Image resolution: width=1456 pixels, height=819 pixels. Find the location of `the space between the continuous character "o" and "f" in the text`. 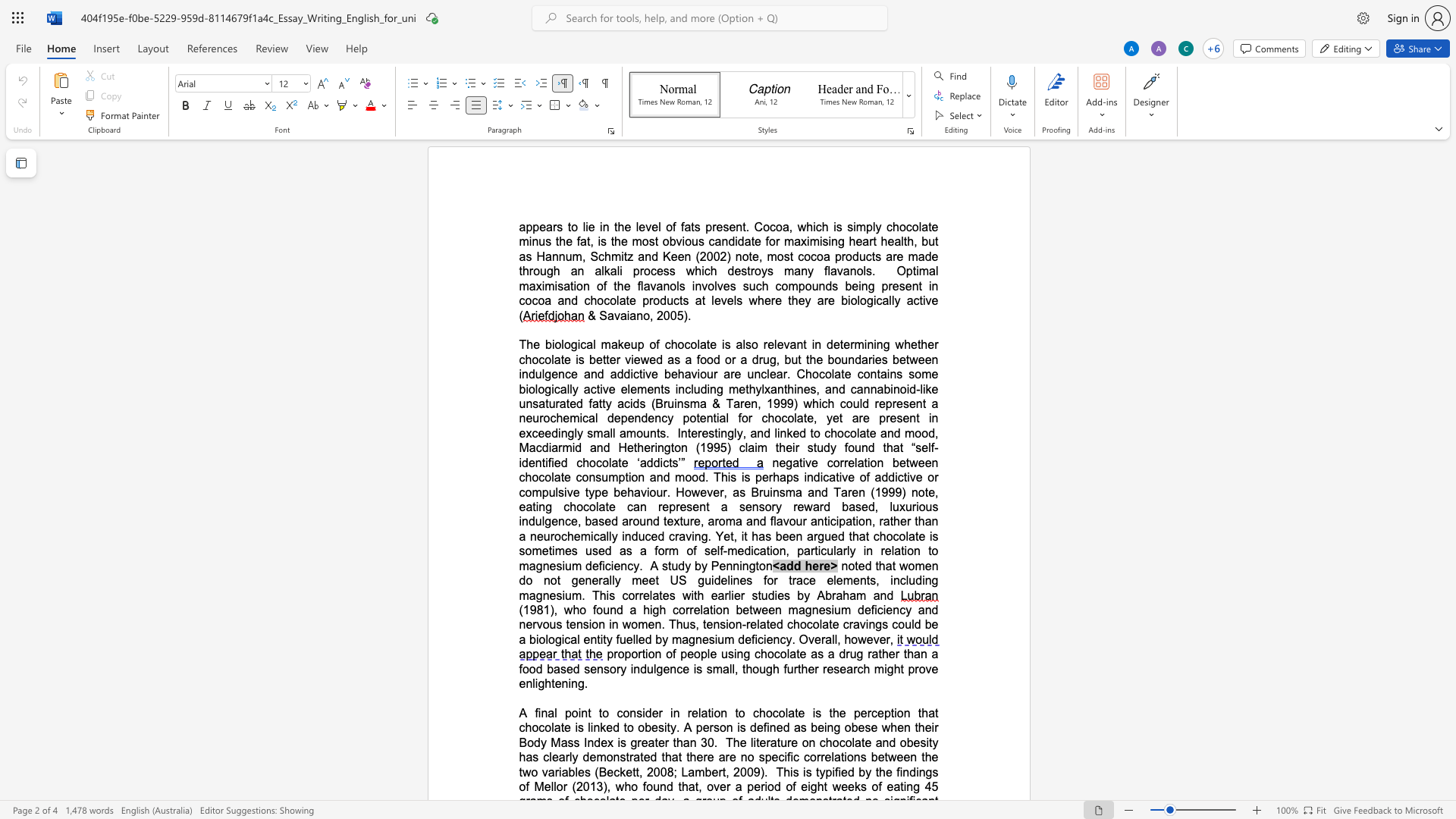

the space between the continuous character "o" and "f" in the text is located at coordinates (601, 286).